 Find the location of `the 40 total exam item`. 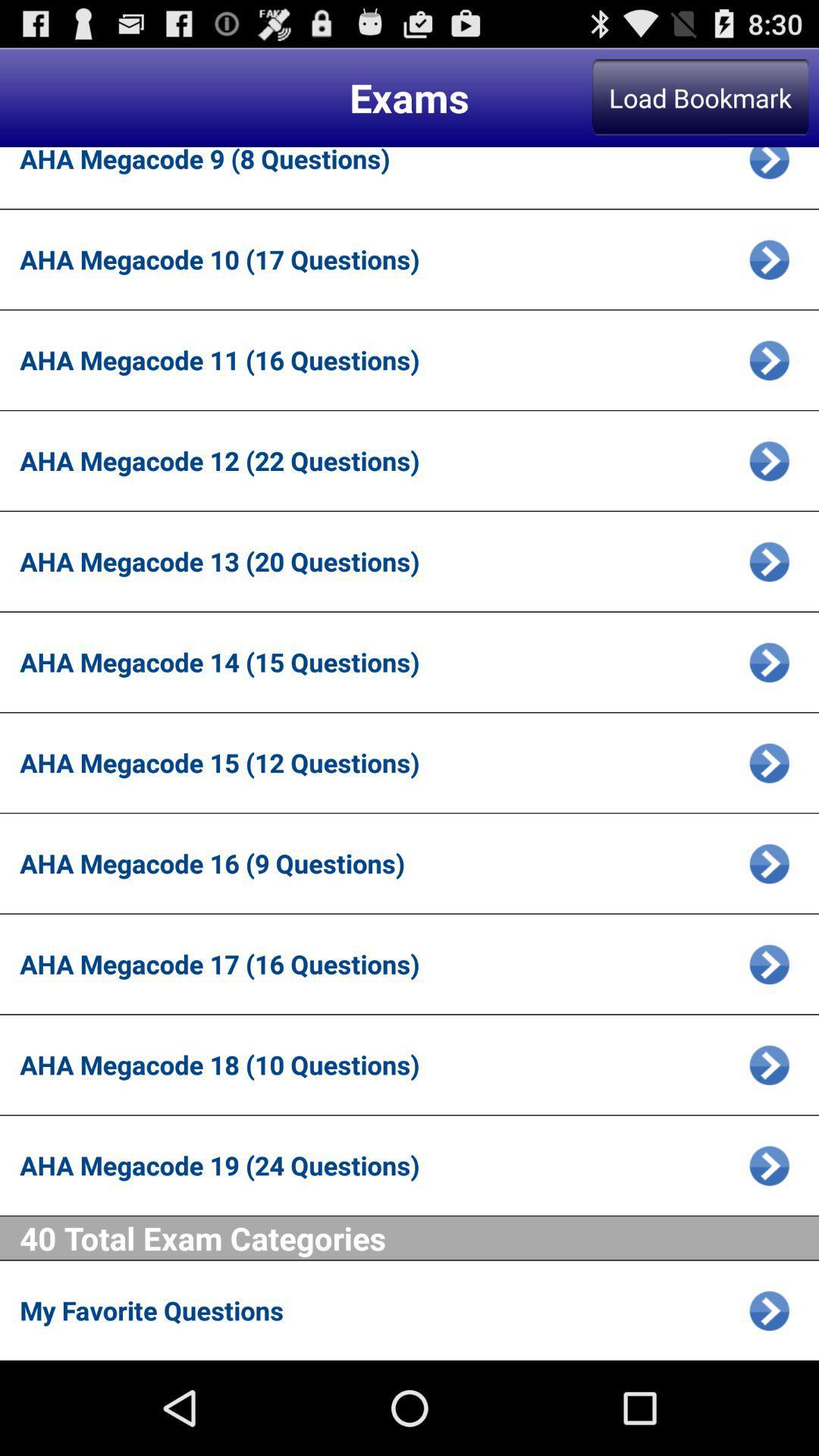

the 40 total exam item is located at coordinates (419, 1238).